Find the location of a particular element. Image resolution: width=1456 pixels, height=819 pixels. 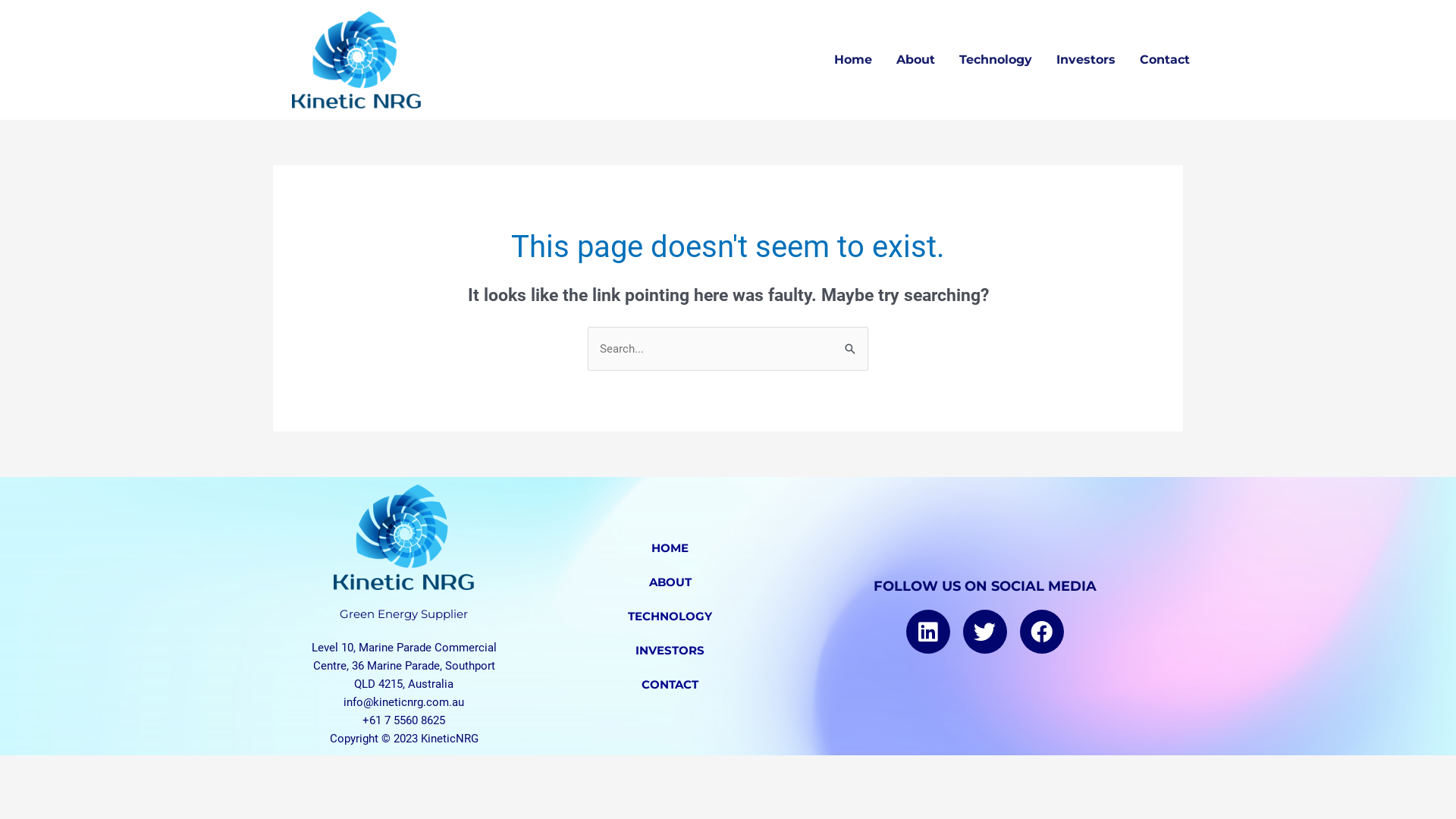

'ABOUT' is located at coordinates (669, 581).